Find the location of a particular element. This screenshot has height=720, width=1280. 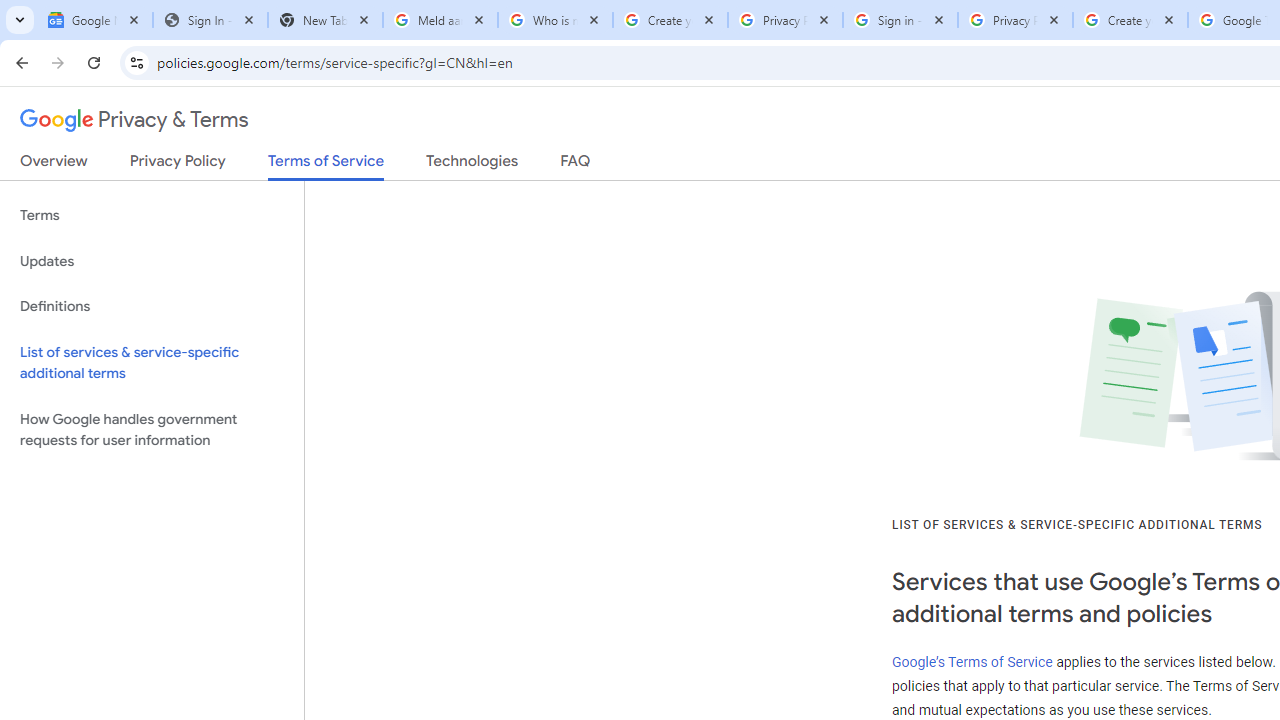

'FAQ' is located at coordinates (575, 164).